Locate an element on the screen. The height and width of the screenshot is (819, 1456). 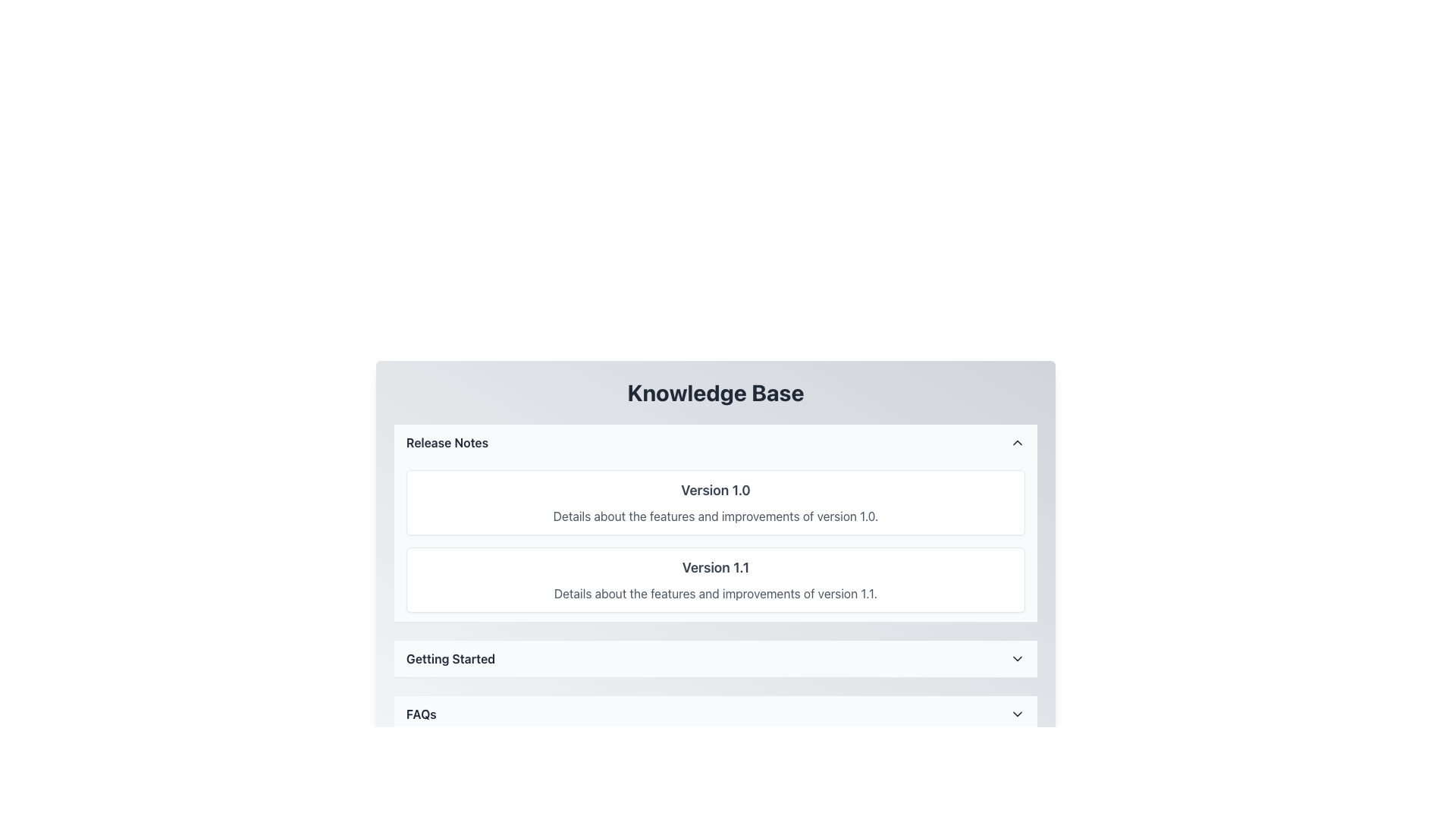
the text reading 'Details about the features and improvements of version 1.0.' located beneath the header 'Version 1.0' in a bordered, rounded rectangle area is located at coordinates (715, 516).